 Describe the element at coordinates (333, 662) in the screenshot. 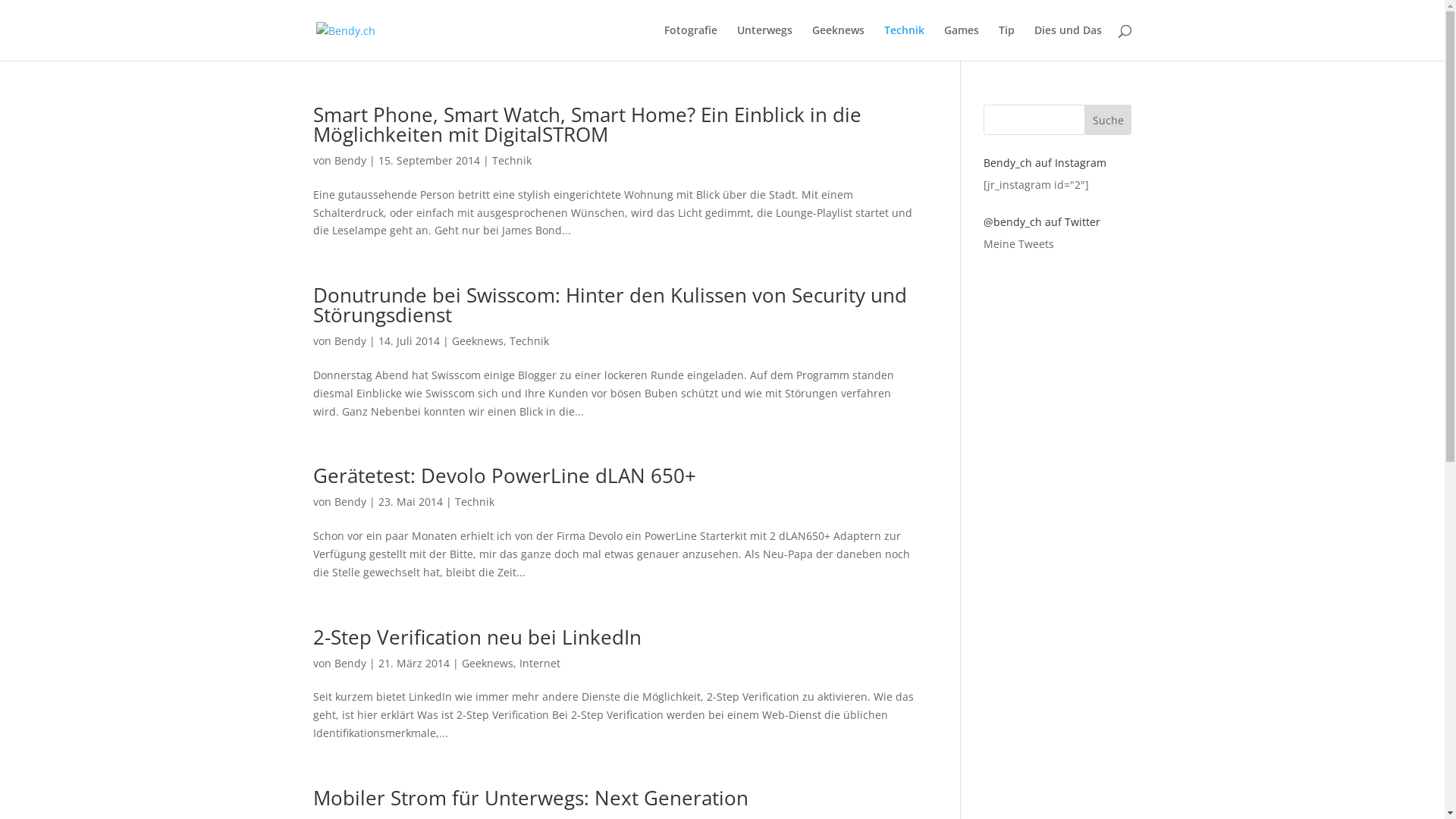

I see `'Bendy'` at that location.